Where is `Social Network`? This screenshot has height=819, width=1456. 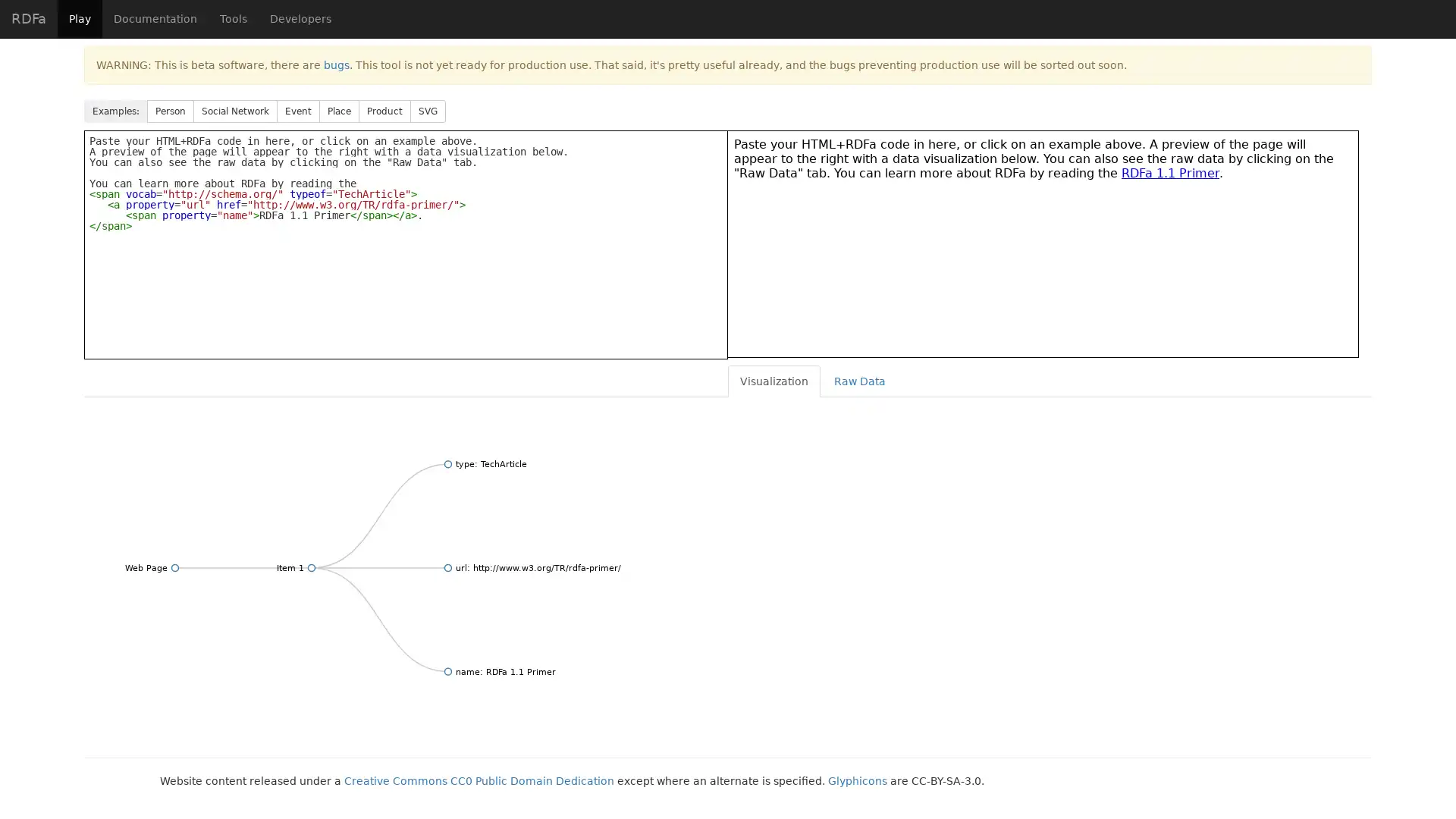 Social Network is located at coordinates (234, 110).